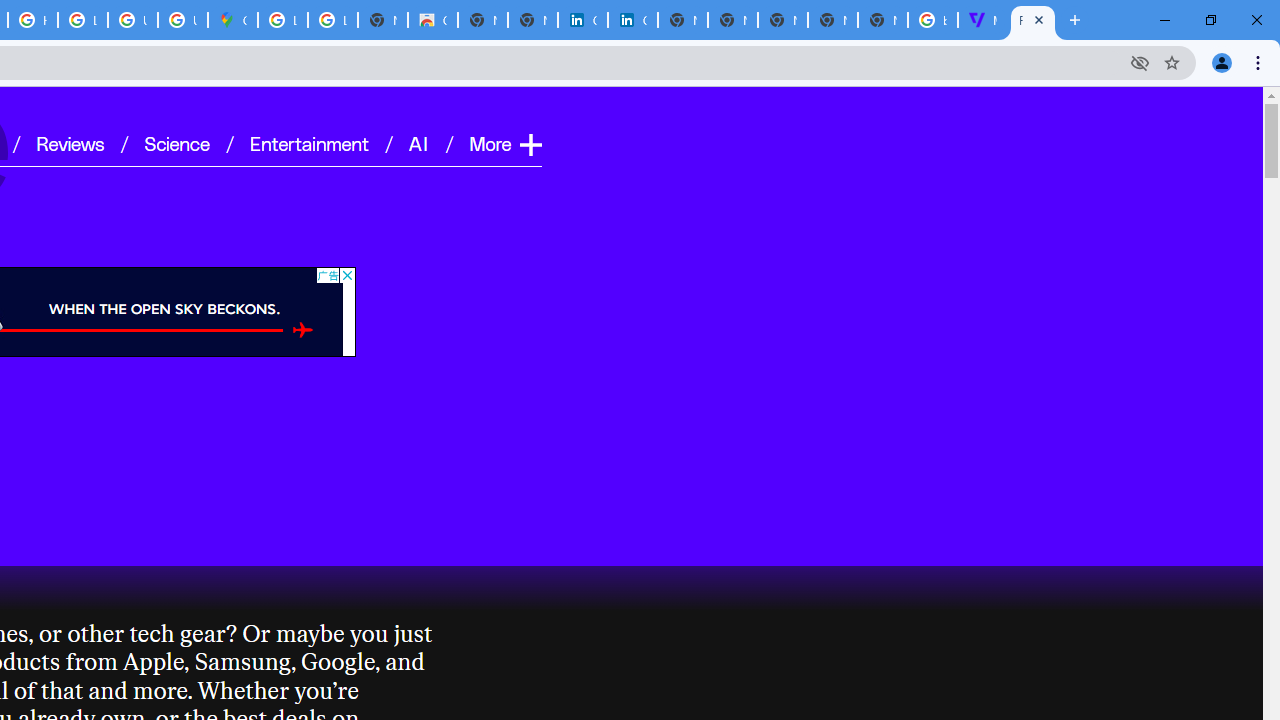  What do you see at coordinates (176, 141) in the screenshot?
I see `'Science'` at bounding box center [176, 141].